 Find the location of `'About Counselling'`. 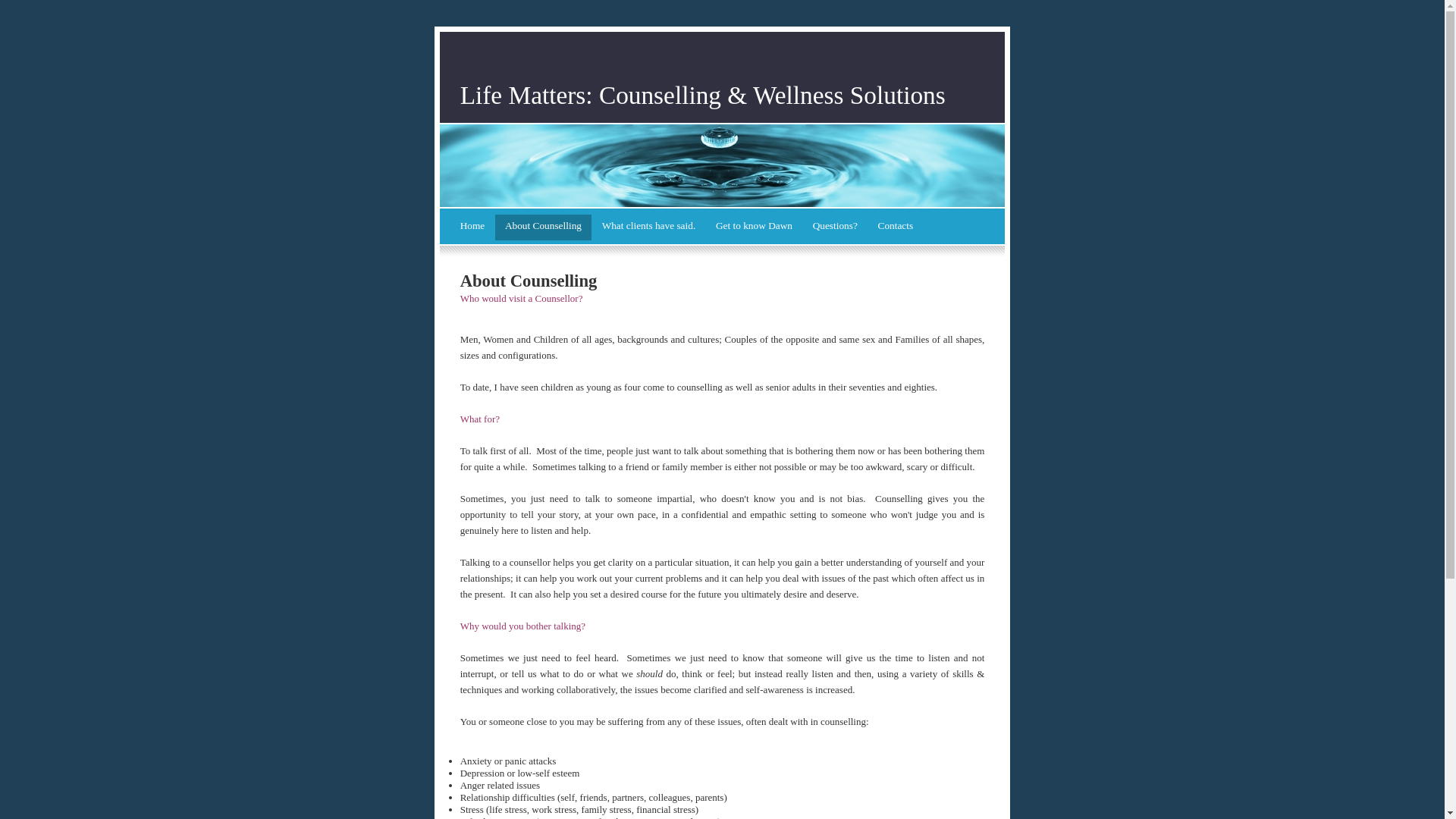

'About Counselling' is located at coordinates (543, 227).